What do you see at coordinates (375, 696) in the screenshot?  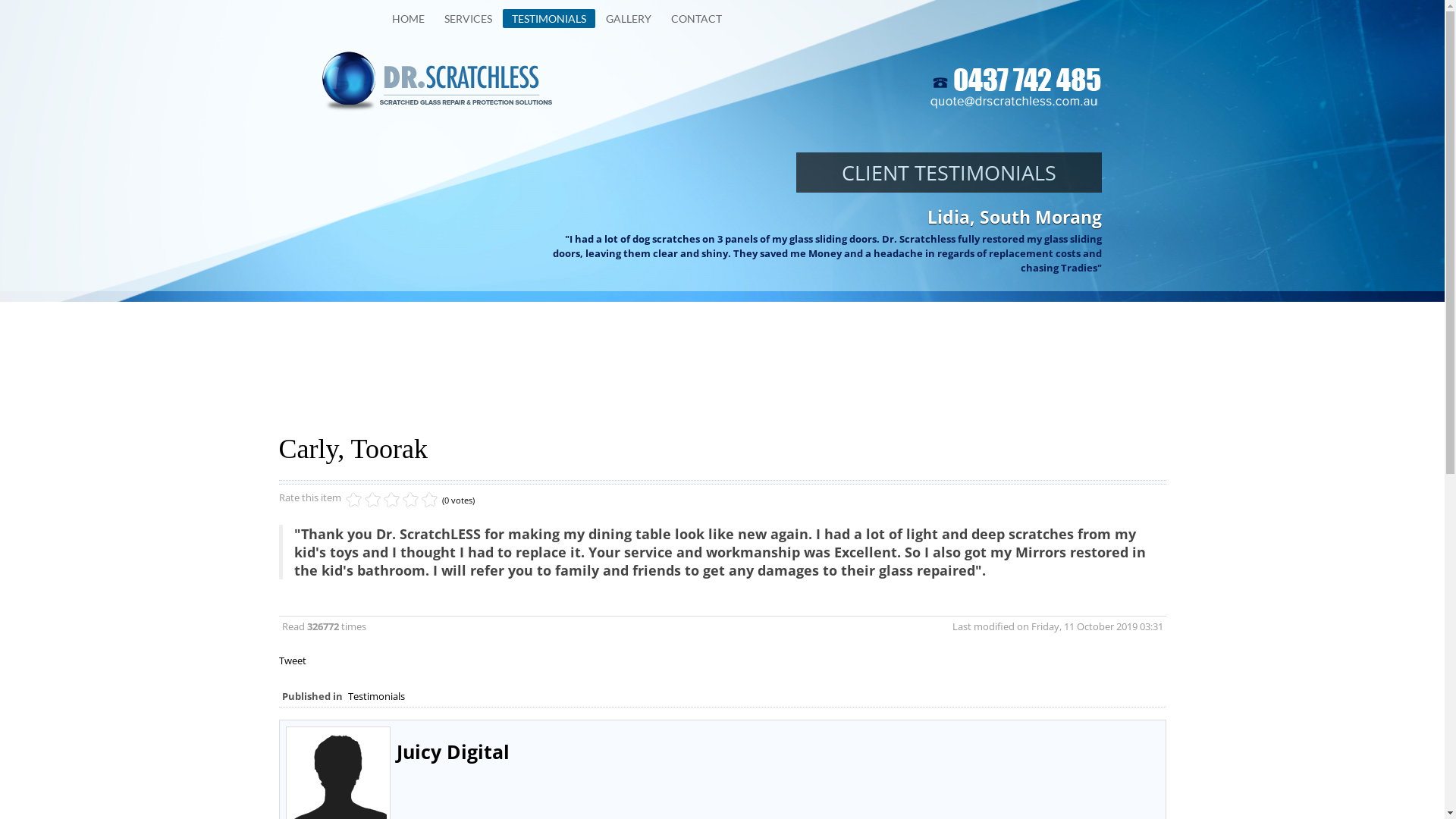 I see `'Testimonials'` at bounding box center [375, 696].